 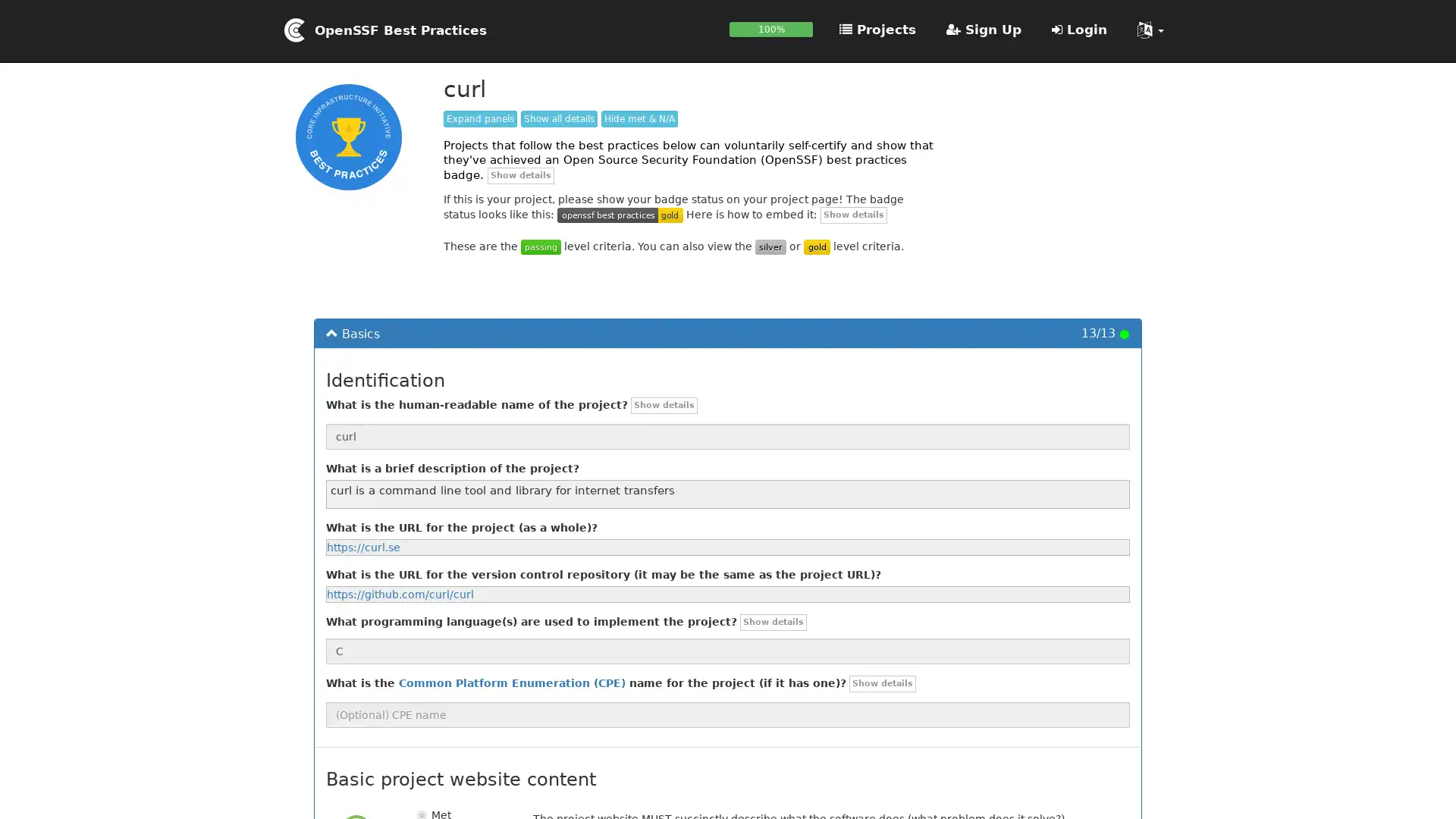 What do you see at coordinates (479, 118) in the screenshot?
I see `Expand panels` at bounding box center [479, 118].